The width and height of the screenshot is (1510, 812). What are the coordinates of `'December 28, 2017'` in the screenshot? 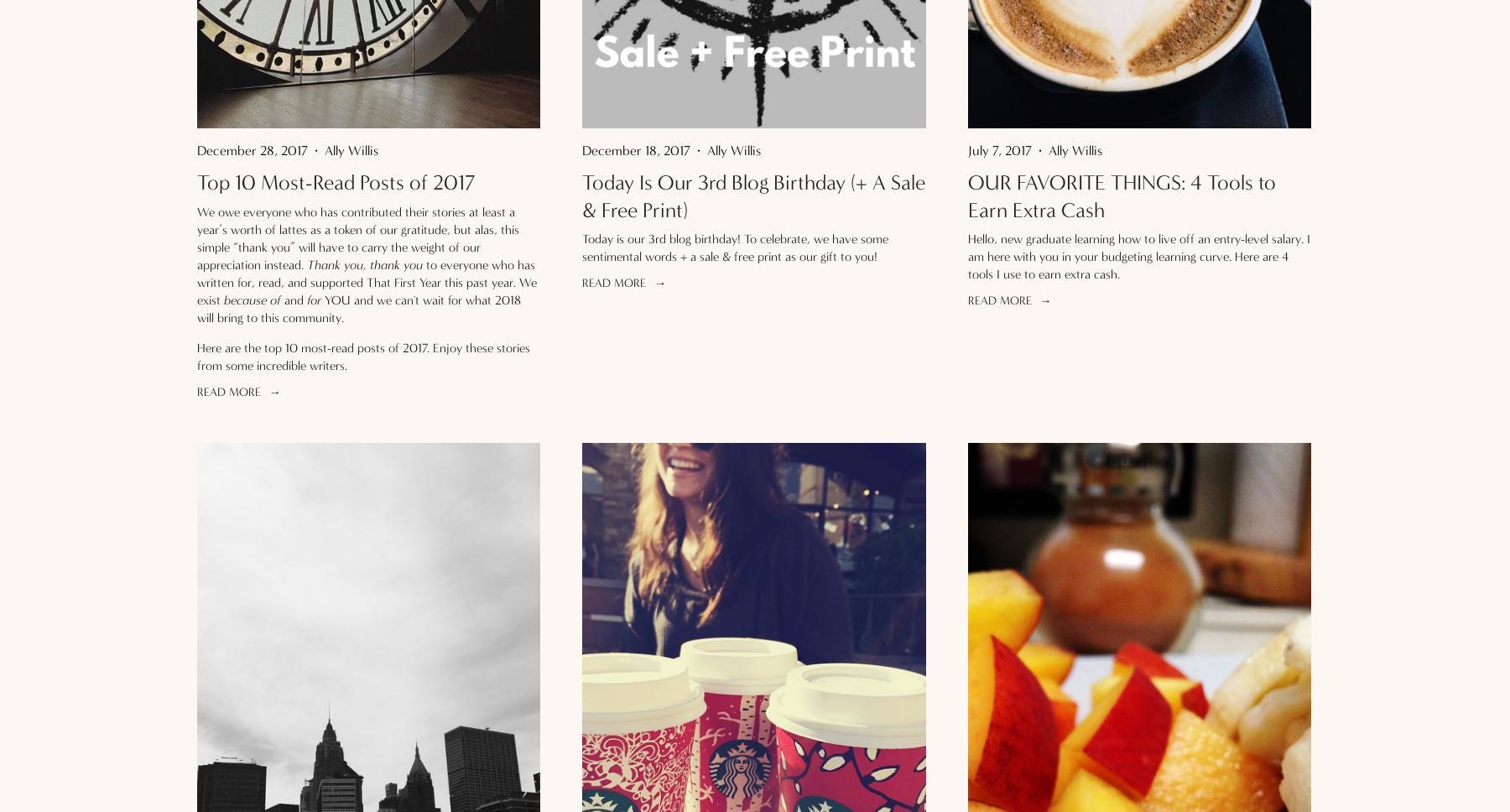 It's located at (251, 149).